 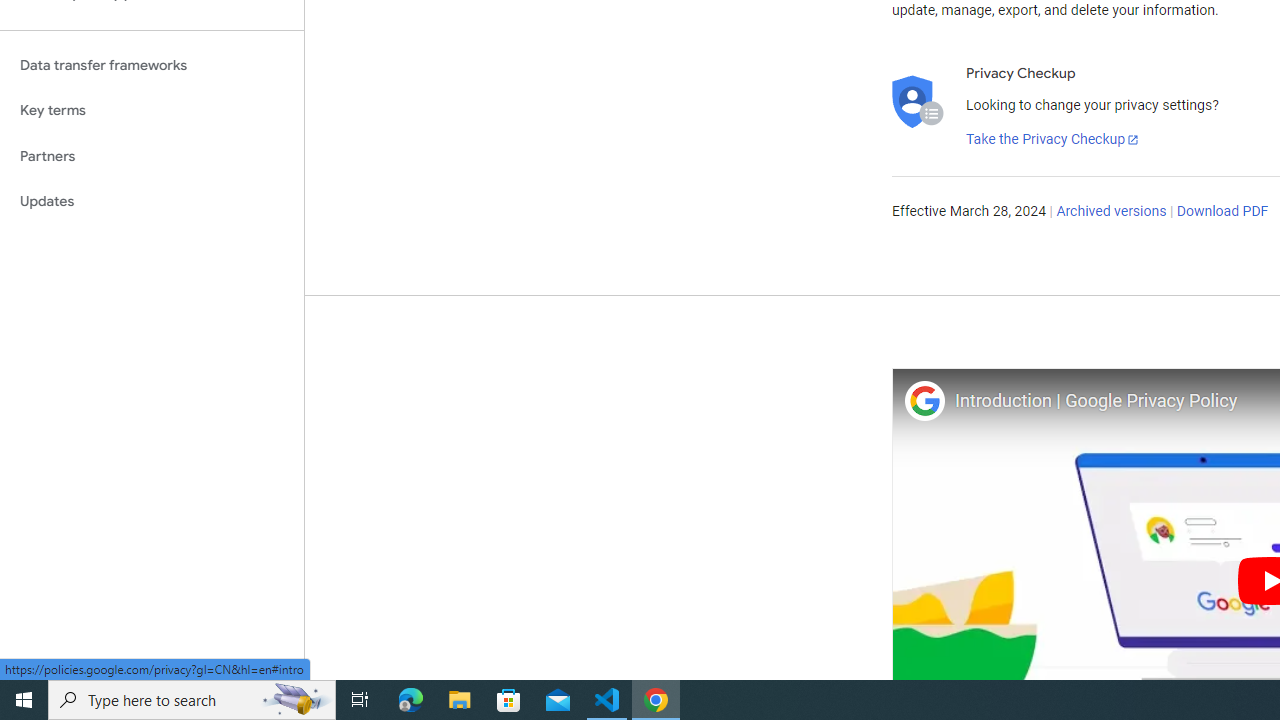 What do you see at coordinates (151, 201) in the screenshot?
I see `'Updates'` at bounding box center [151, 201].